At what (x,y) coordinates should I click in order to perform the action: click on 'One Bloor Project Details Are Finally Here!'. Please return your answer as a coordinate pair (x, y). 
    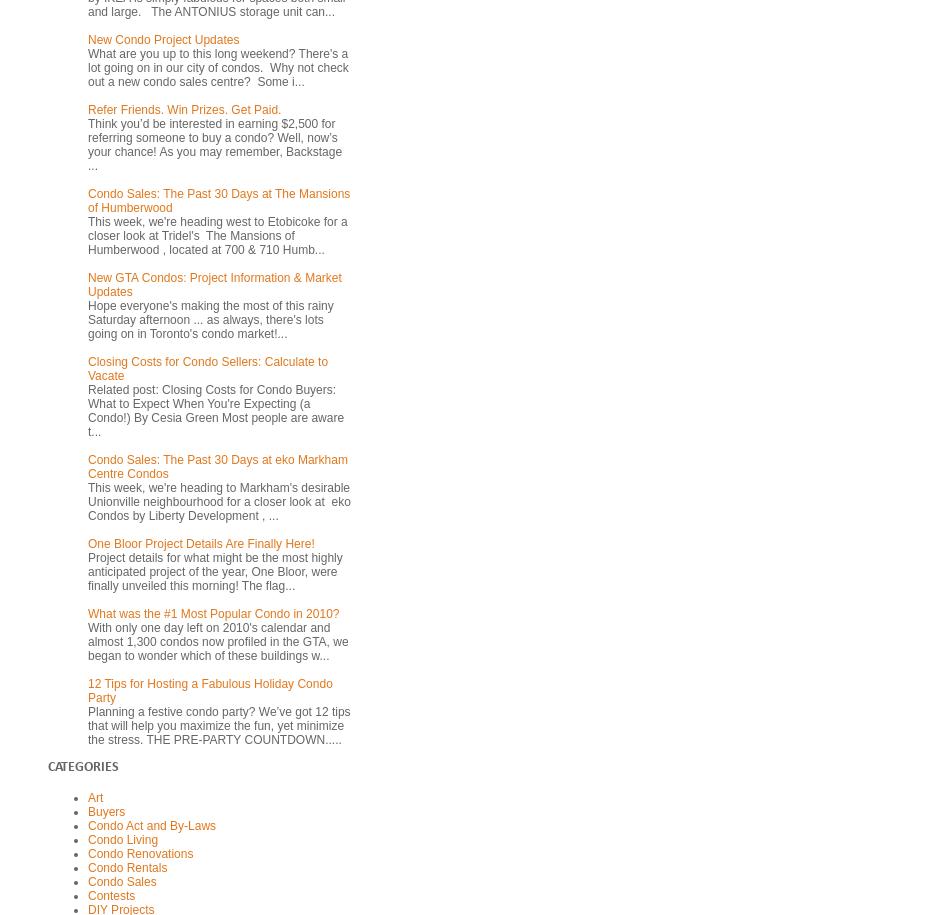
    Looking at the image, I should click on (87, 542).